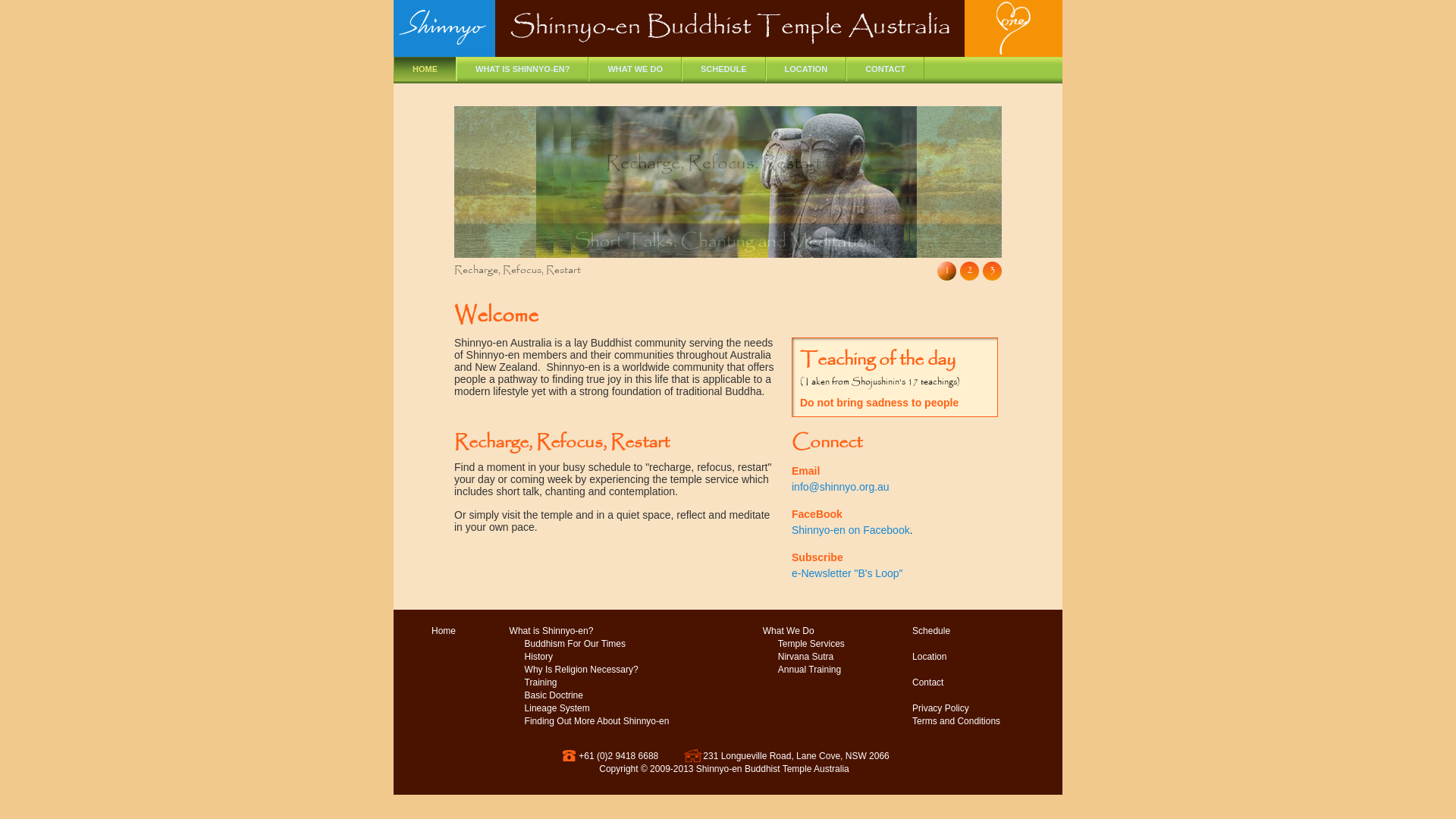 The image size is (1456, 819). I want to click on 'SCHEDULE', so click(723, 69).